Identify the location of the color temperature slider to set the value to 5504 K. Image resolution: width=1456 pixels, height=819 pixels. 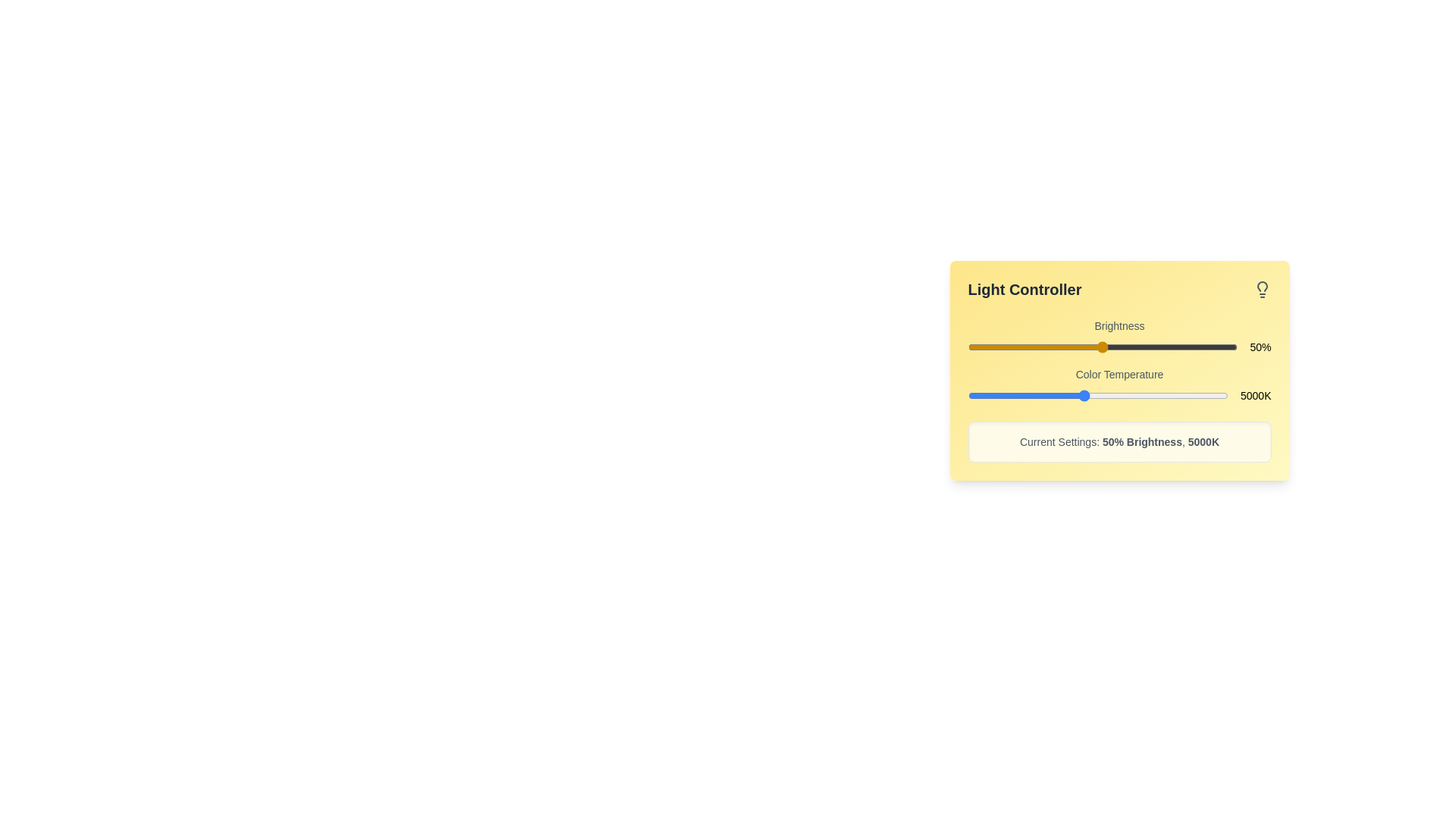
(1098, 394).